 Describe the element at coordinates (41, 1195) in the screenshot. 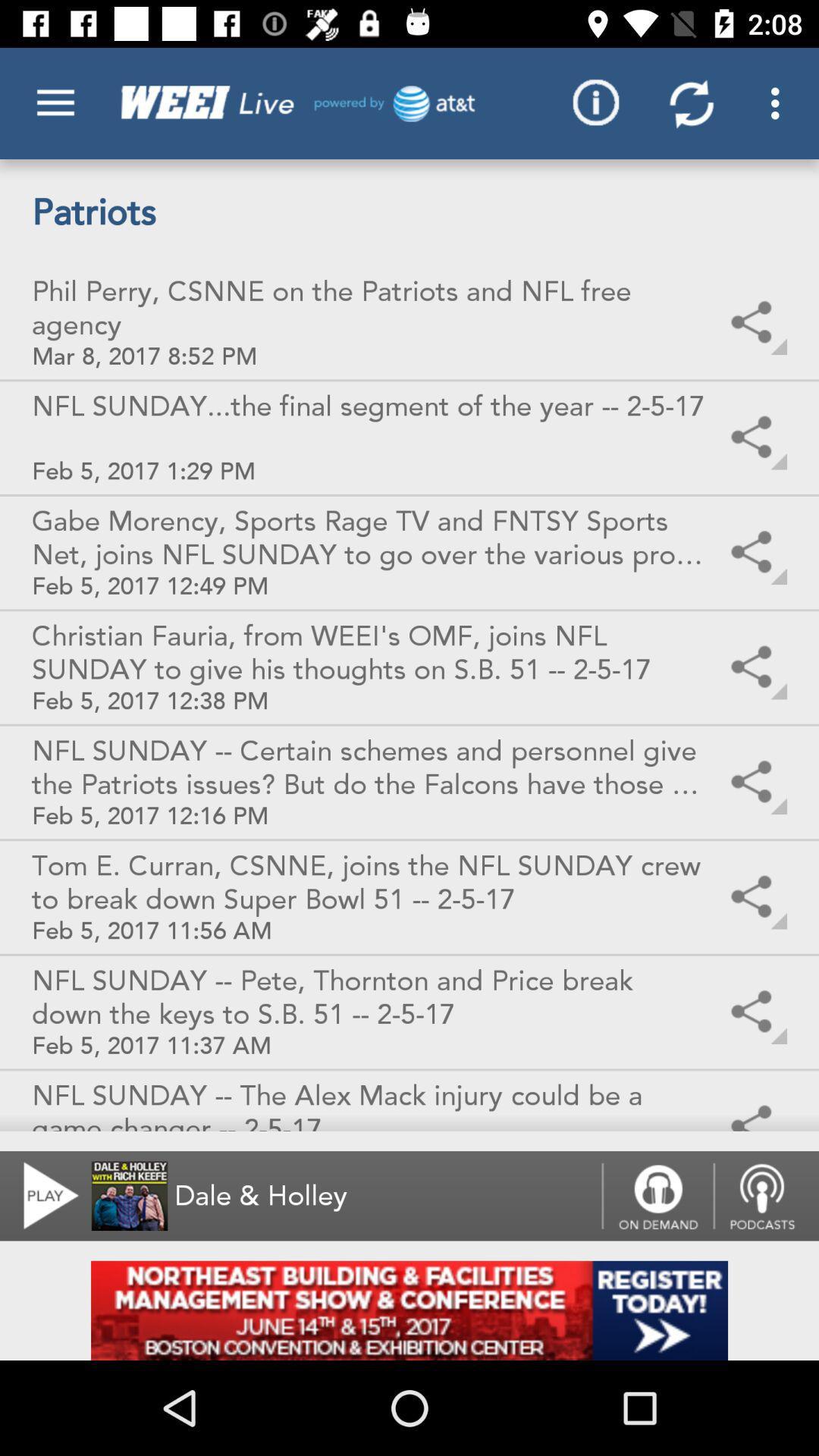

I see `the play icon` at that location.